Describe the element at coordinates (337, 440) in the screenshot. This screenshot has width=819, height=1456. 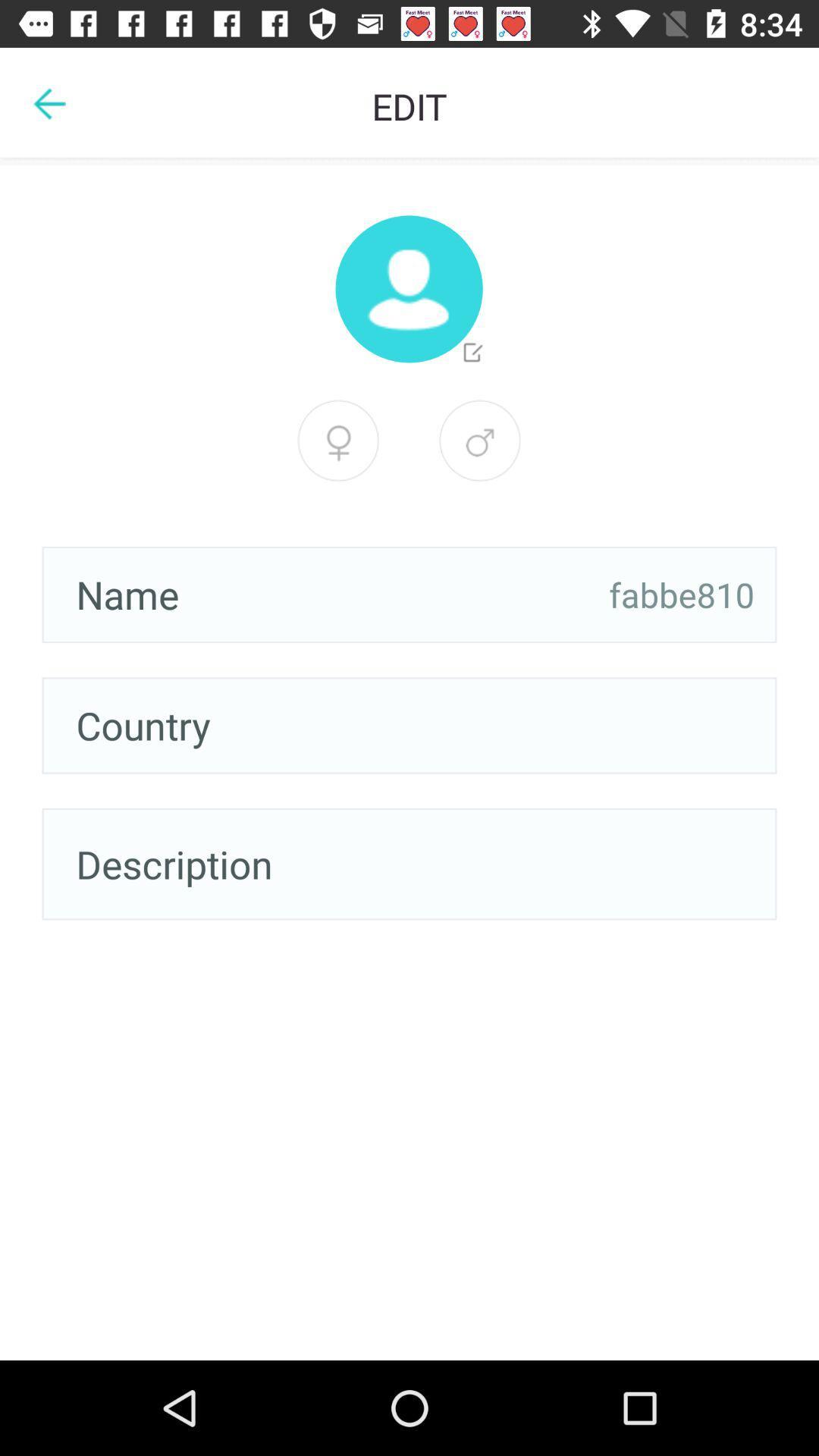
I see `choose male` at that location.